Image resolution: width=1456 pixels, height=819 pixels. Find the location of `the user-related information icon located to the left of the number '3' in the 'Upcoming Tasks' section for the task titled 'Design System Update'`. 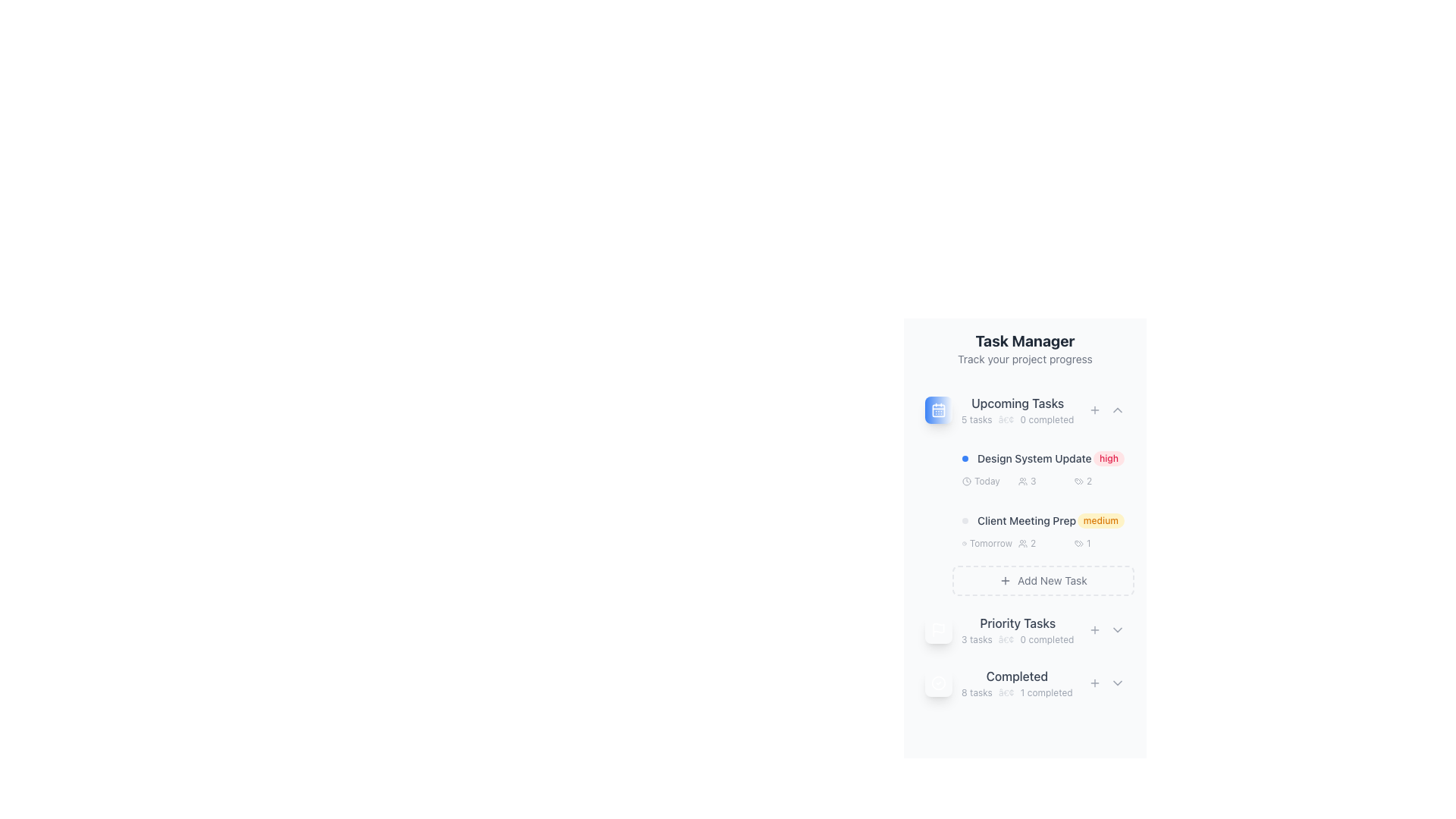

the user-related information icon located to the left of the number '3' in the 'Upcoming Tasks' section for the task titled 'Design System Update' is located at coordinates (1022, 482).